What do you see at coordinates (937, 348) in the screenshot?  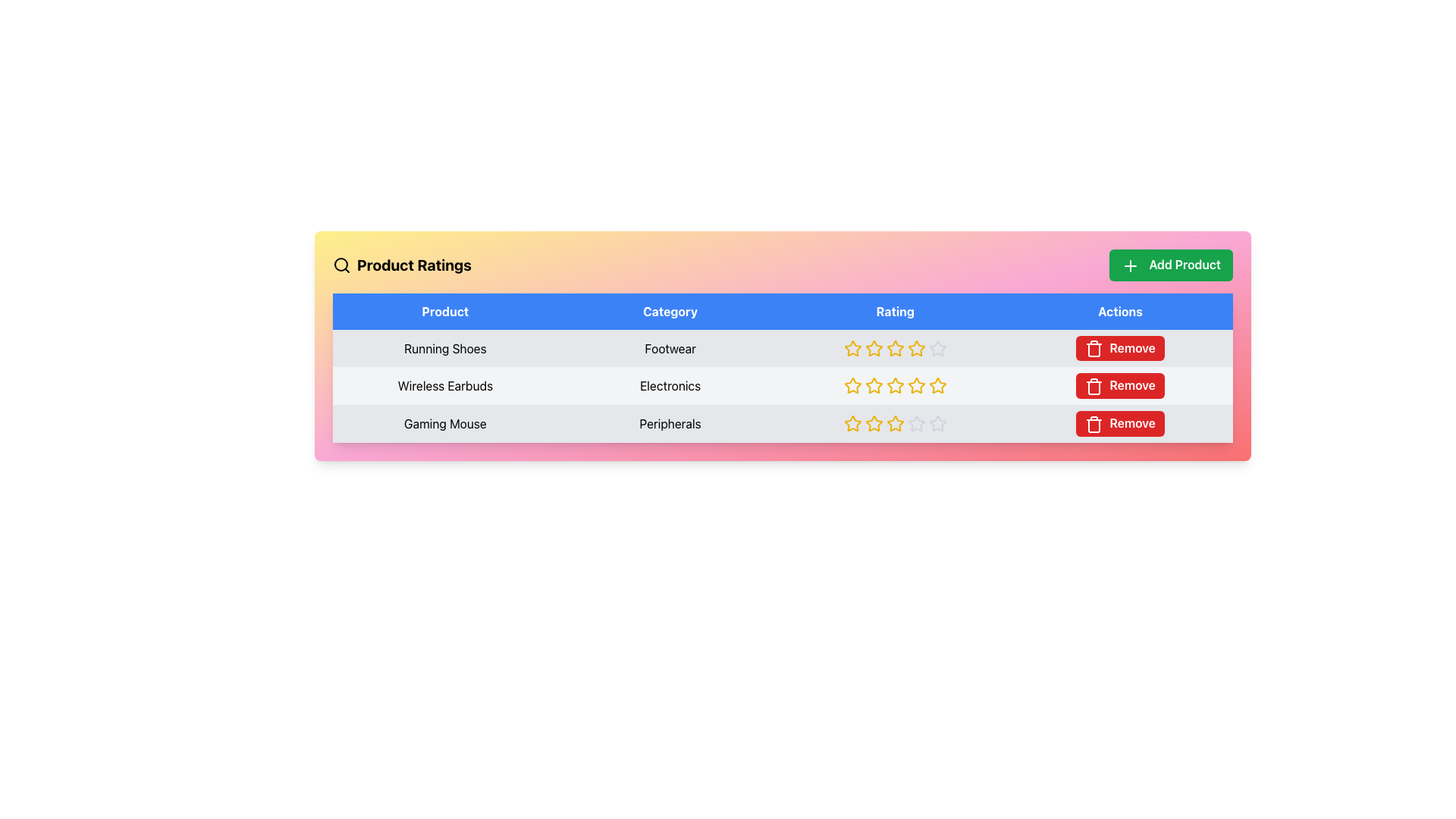 I see `the fifth star in the Ratings column for 'Running Shoes'` at bounding box center [937, 348].